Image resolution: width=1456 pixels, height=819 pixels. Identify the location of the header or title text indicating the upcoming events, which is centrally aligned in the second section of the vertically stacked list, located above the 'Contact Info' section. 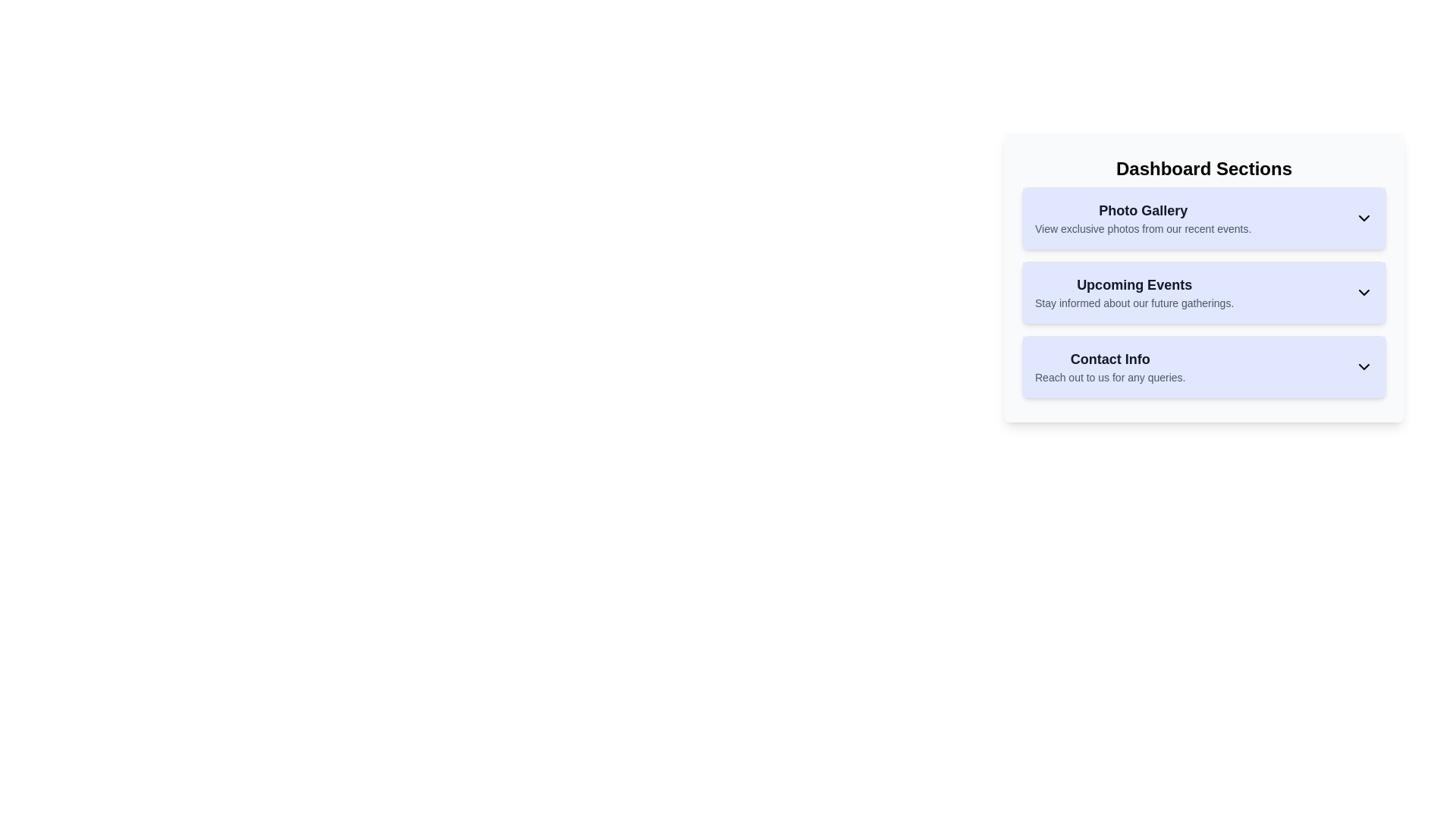
(1134, 284).